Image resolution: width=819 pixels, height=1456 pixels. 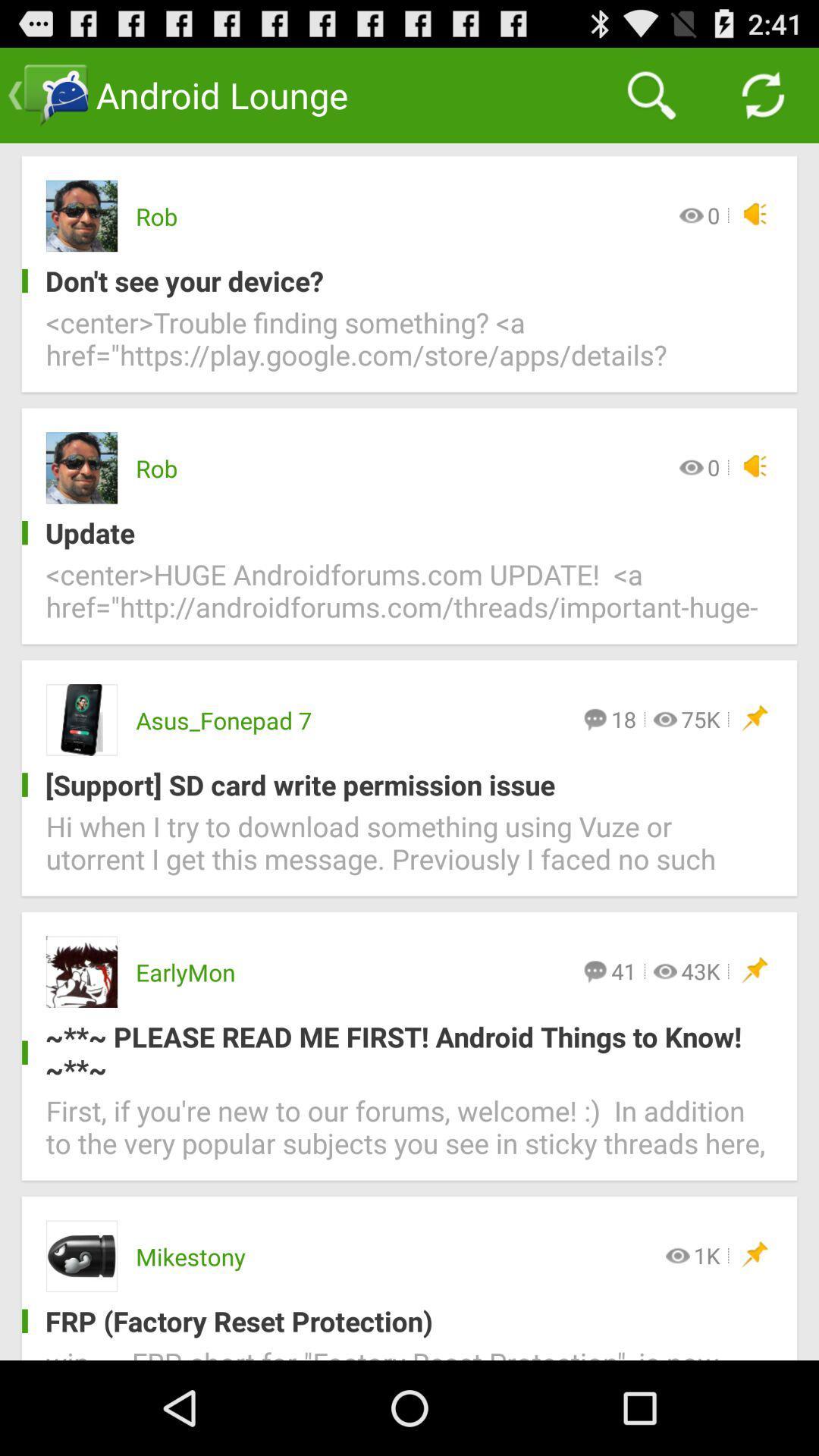 I want to click on the wip frp short, so click(x=409, y=1352).